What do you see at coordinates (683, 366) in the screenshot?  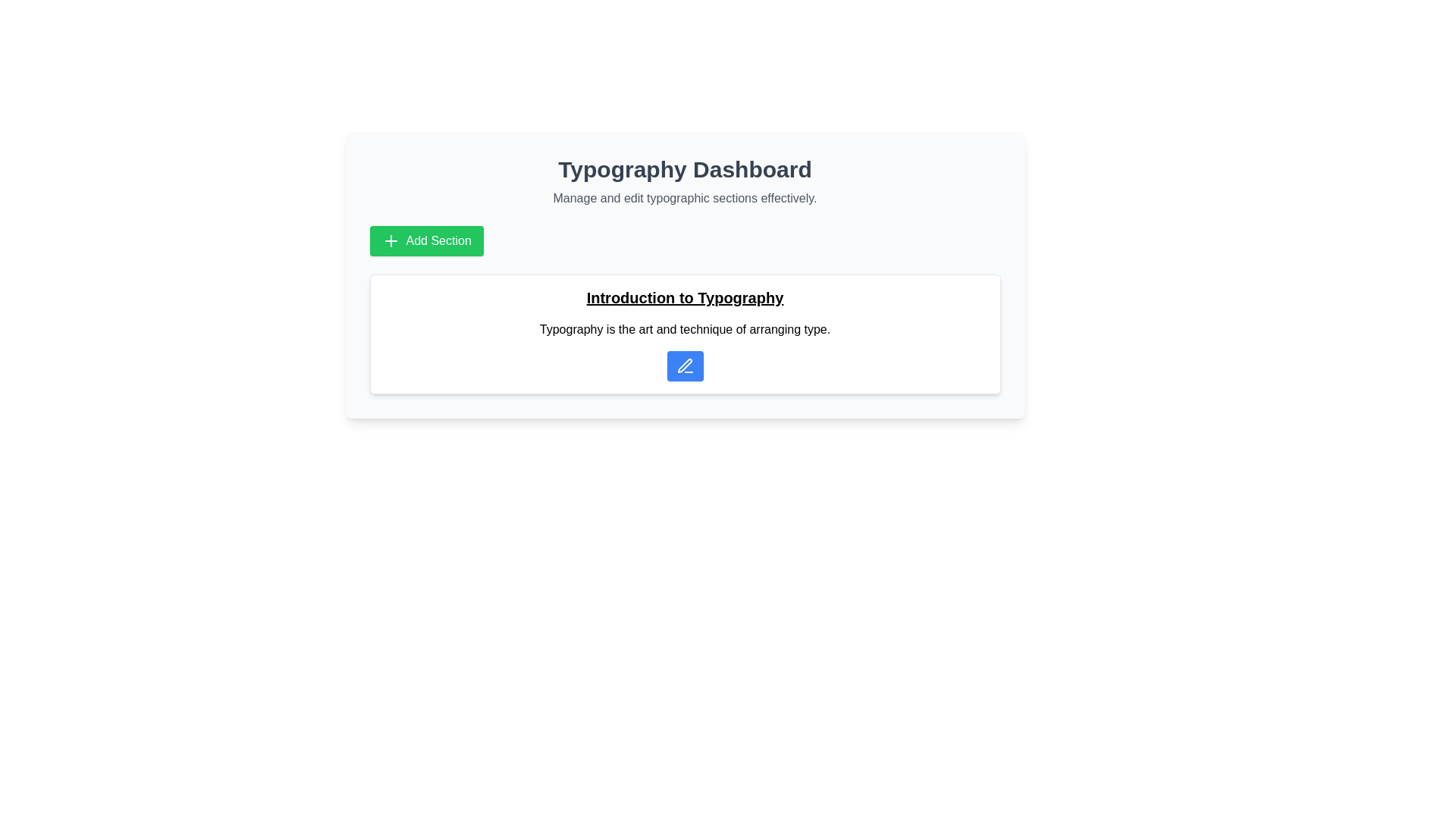 I see `the pen-like icon located adjacent to the text 'Introduction to Typography' in the lower portion of the section` at bounding box center [683, 366].